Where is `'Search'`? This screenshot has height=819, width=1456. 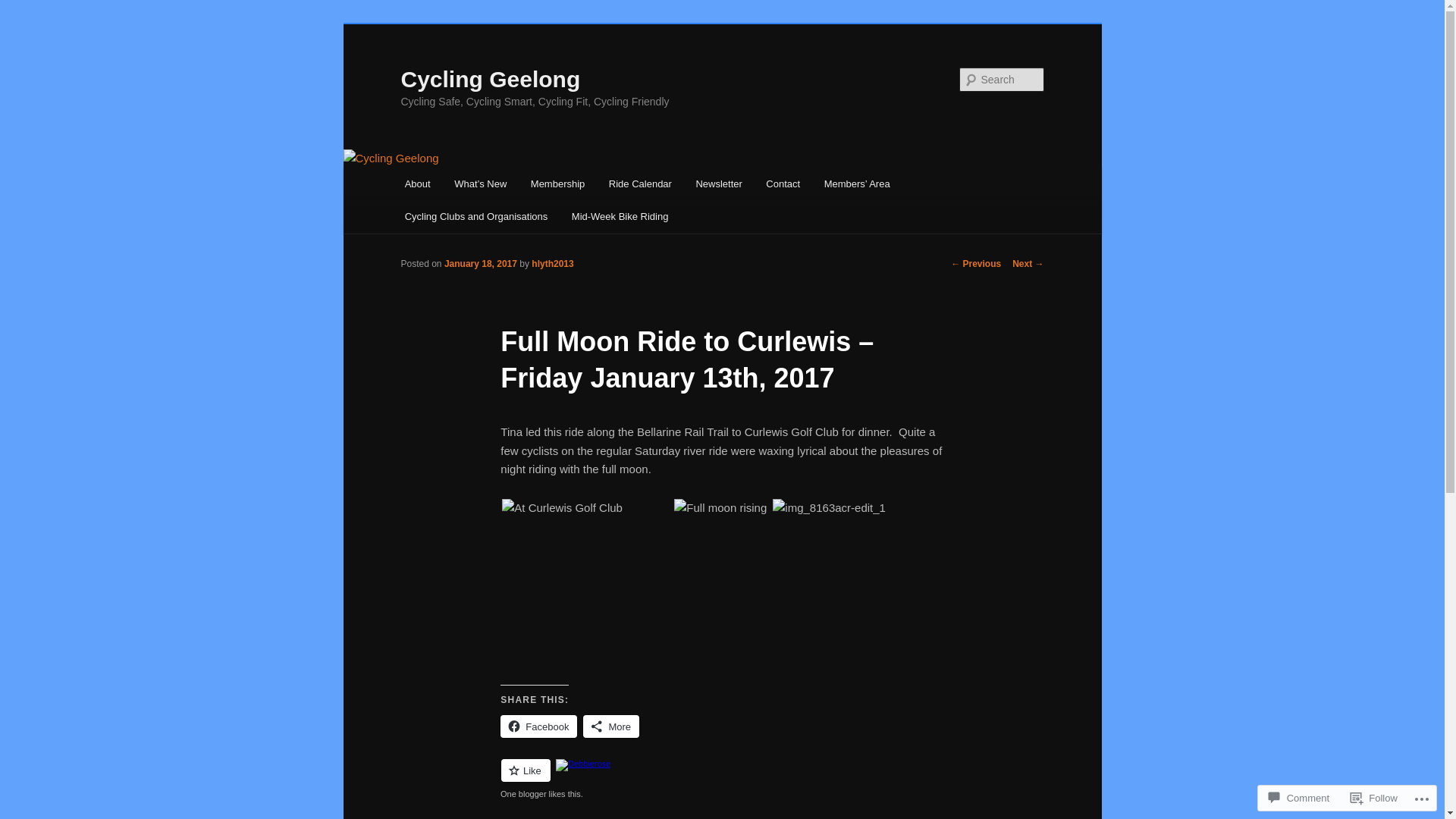
'Search' is located at coordinates (24, 8).